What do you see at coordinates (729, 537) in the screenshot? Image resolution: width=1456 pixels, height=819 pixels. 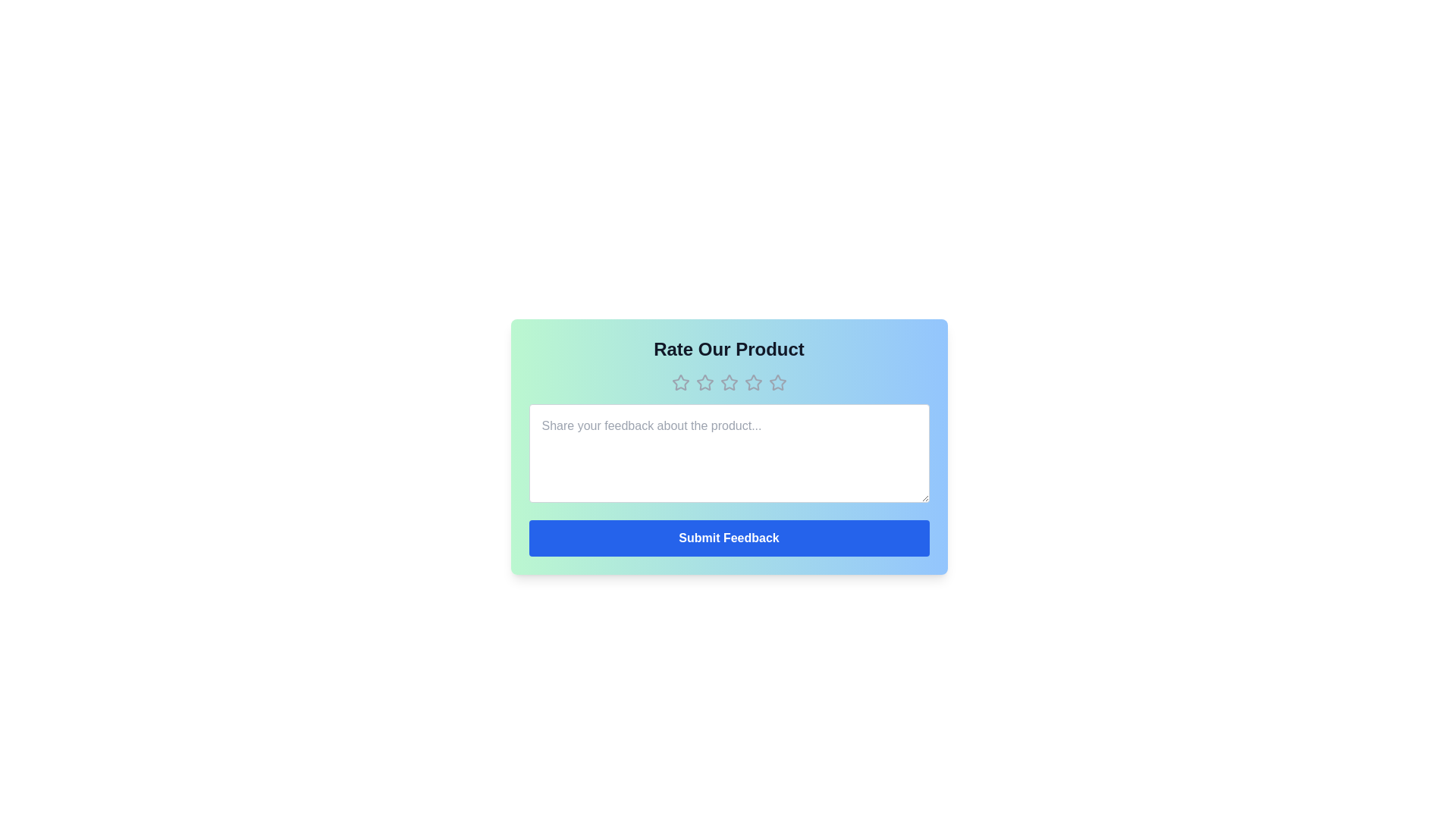 I see `'Submit Feedback' button` at bounding box center [729, 537].